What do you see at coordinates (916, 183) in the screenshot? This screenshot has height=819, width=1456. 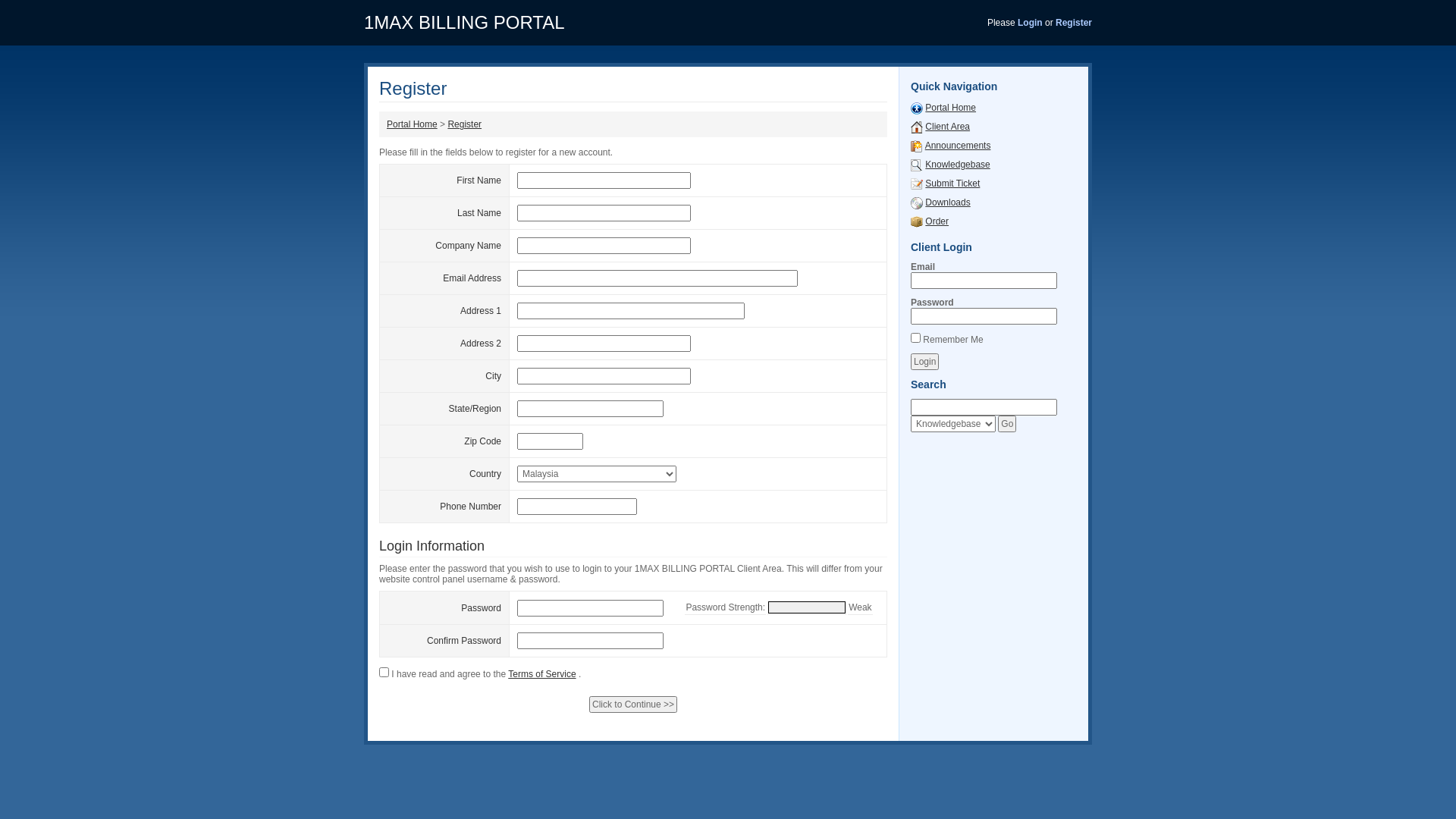 I see `'Submit Ticket'` at bounding box center [916, 183].